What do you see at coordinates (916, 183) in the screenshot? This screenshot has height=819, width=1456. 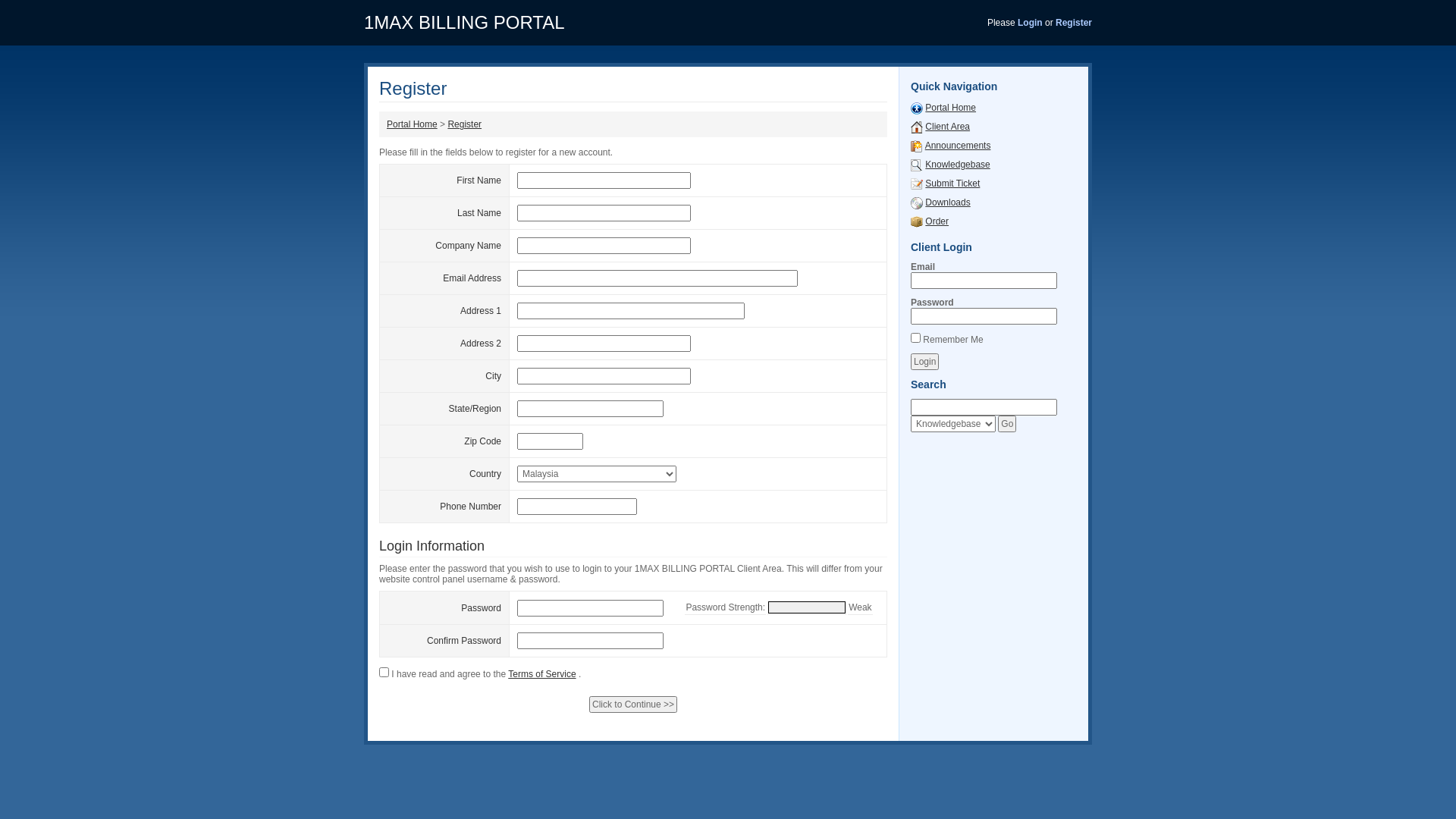 I see `'Submit Ticket'` at bounding box center [916, 183].